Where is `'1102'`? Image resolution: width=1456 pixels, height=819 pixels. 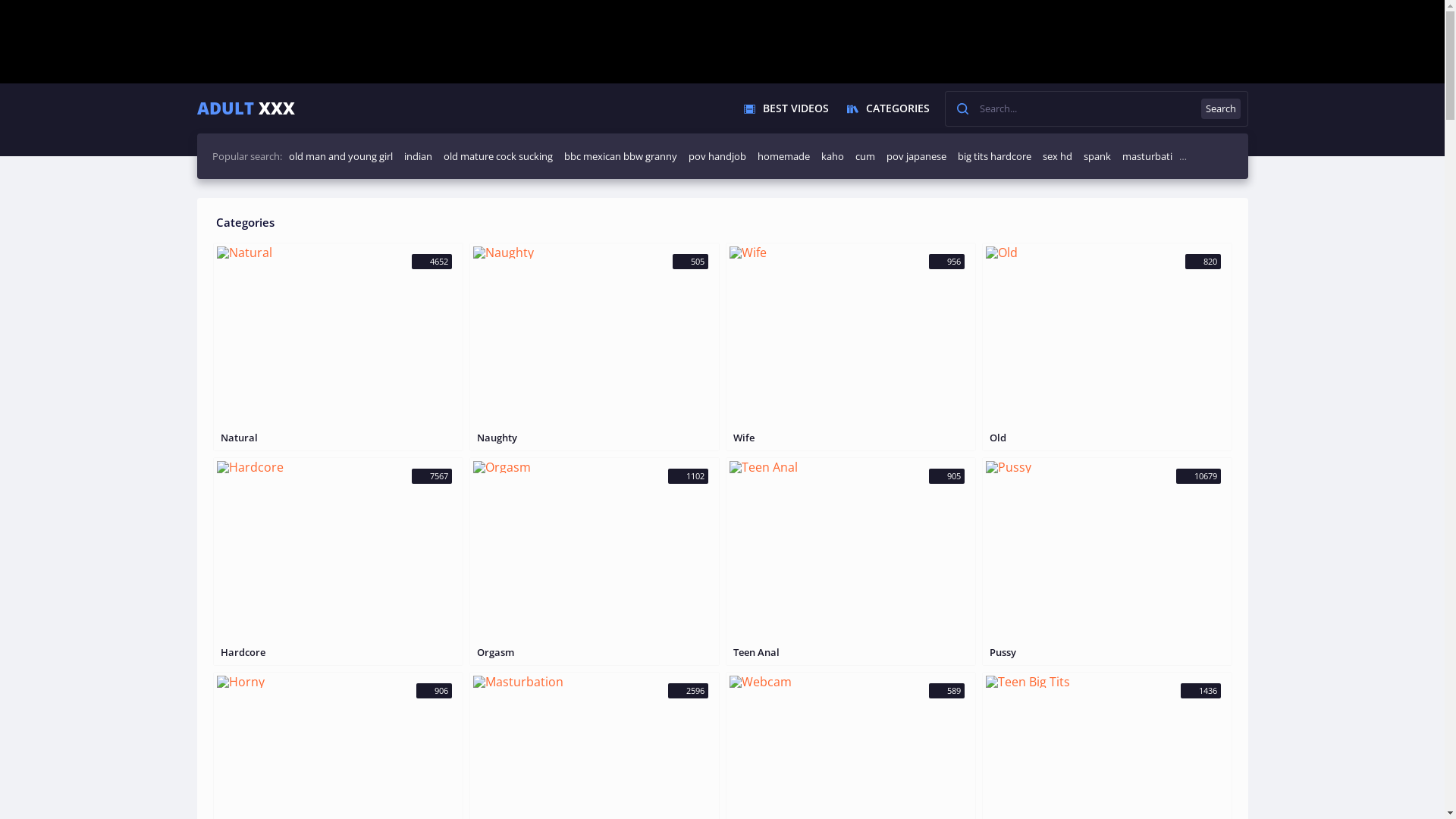 '1102' is located at coordinates (593, 552).